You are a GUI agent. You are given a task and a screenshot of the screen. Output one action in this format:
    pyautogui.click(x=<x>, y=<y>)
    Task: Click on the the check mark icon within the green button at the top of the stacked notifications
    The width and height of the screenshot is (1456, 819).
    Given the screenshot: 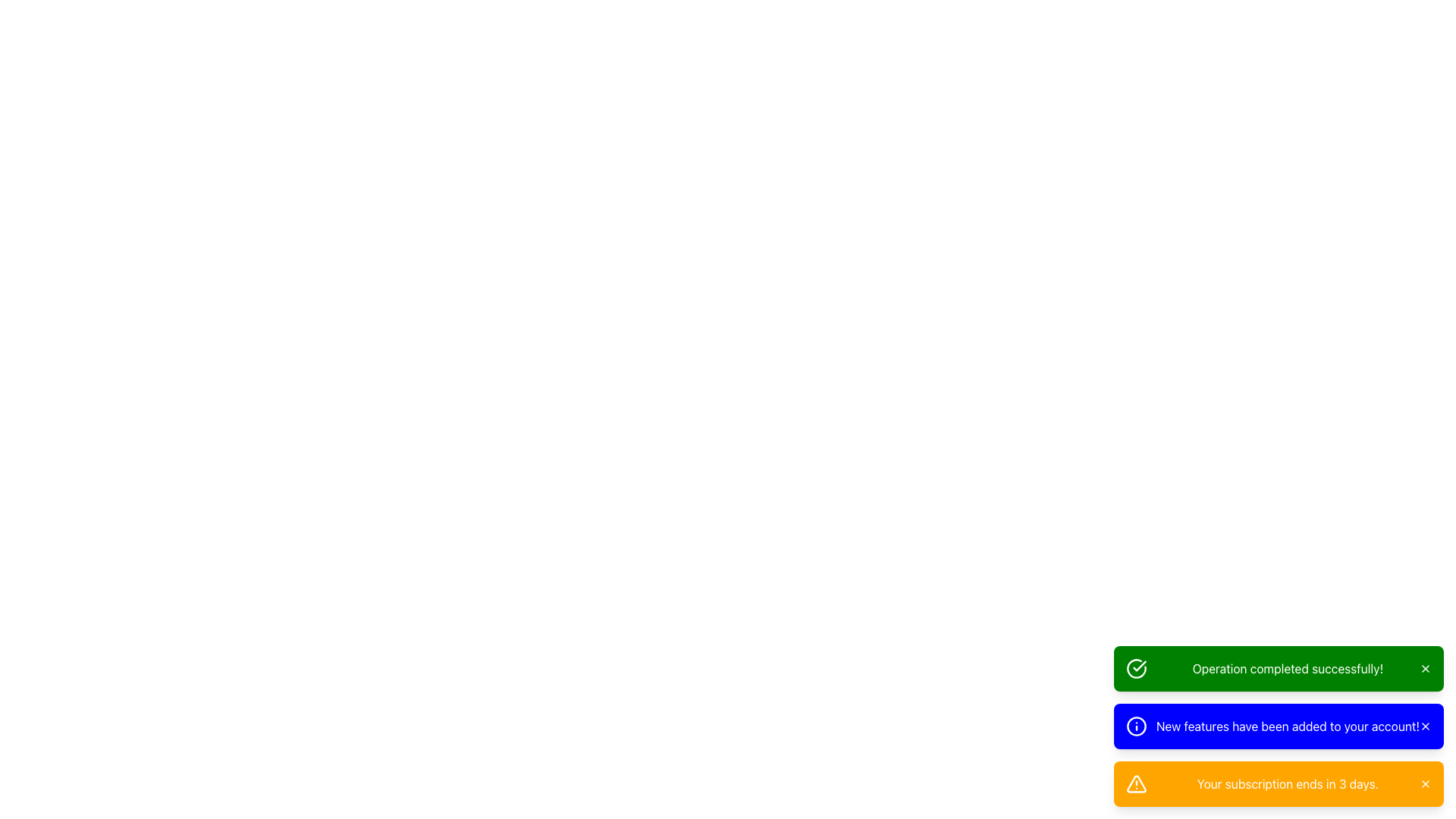 What is the action you would take?
    pyautogui.click(x=1139, y=665)
    